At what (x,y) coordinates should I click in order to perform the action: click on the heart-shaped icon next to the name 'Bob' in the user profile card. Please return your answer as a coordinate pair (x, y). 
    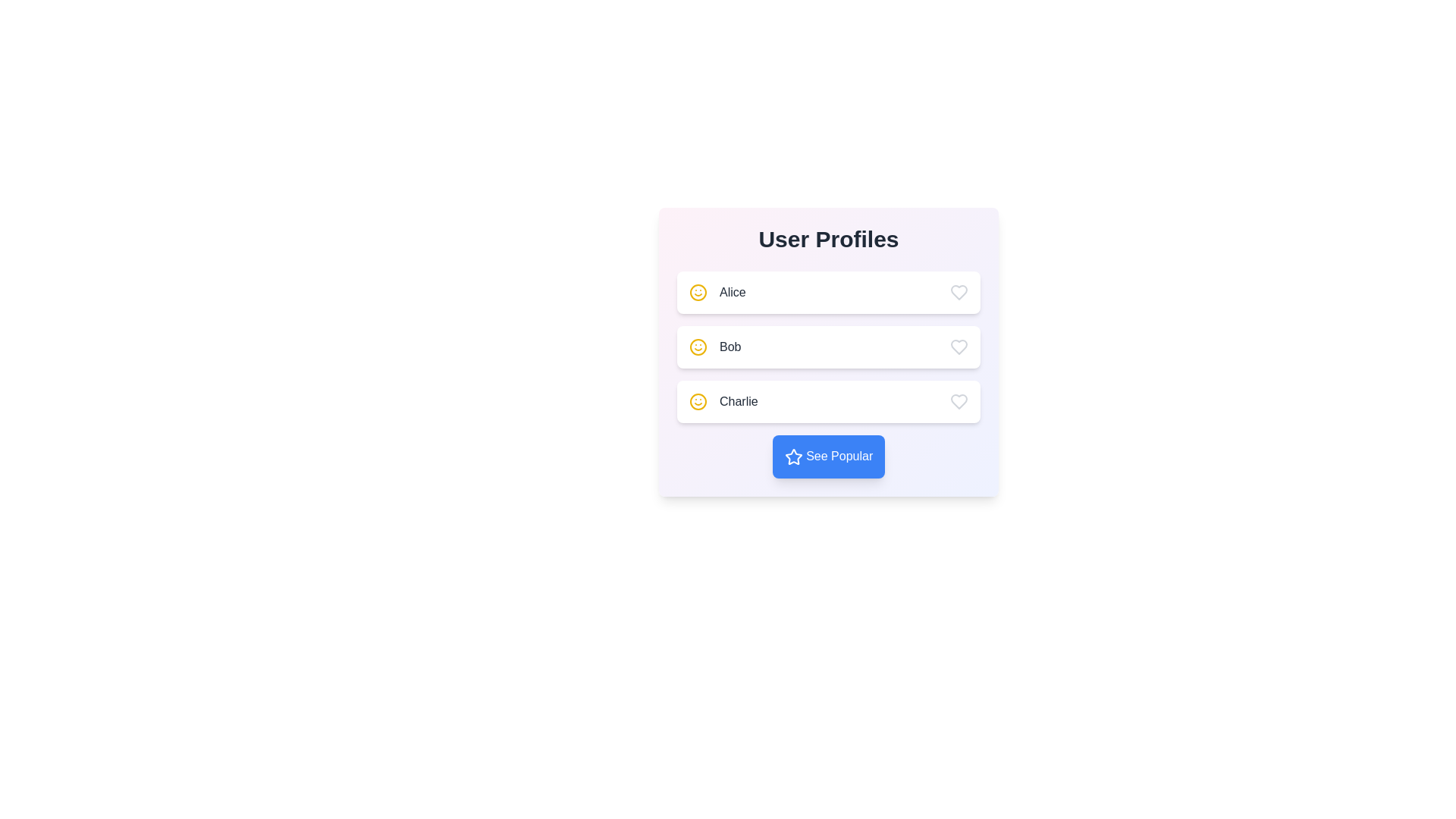
    Looking at the image, I should click on (959, 347).